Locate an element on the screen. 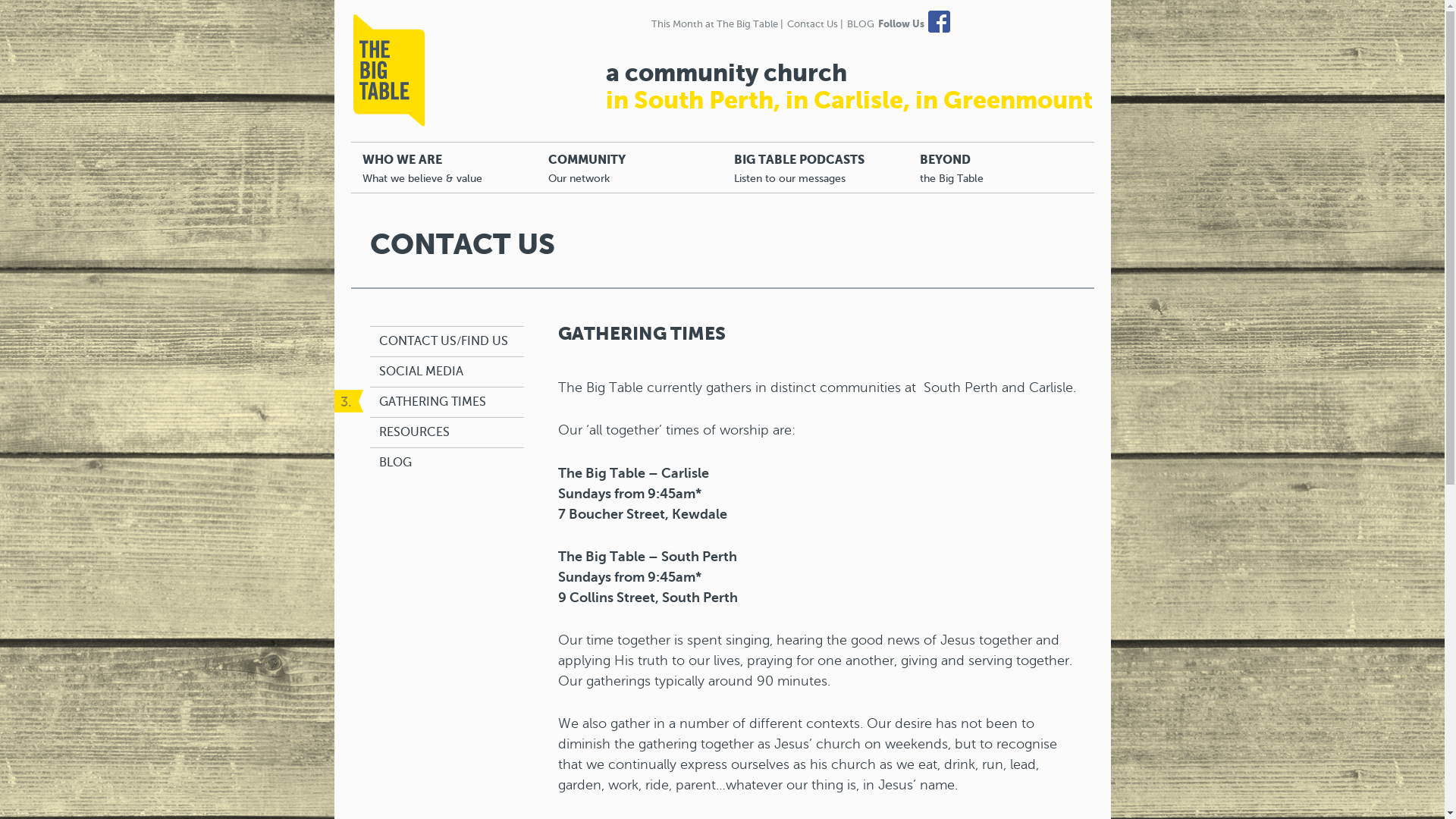 The height and width of the screenshot is (819, 1456). 'Contact Us |' is located at coordinates (814, 24).